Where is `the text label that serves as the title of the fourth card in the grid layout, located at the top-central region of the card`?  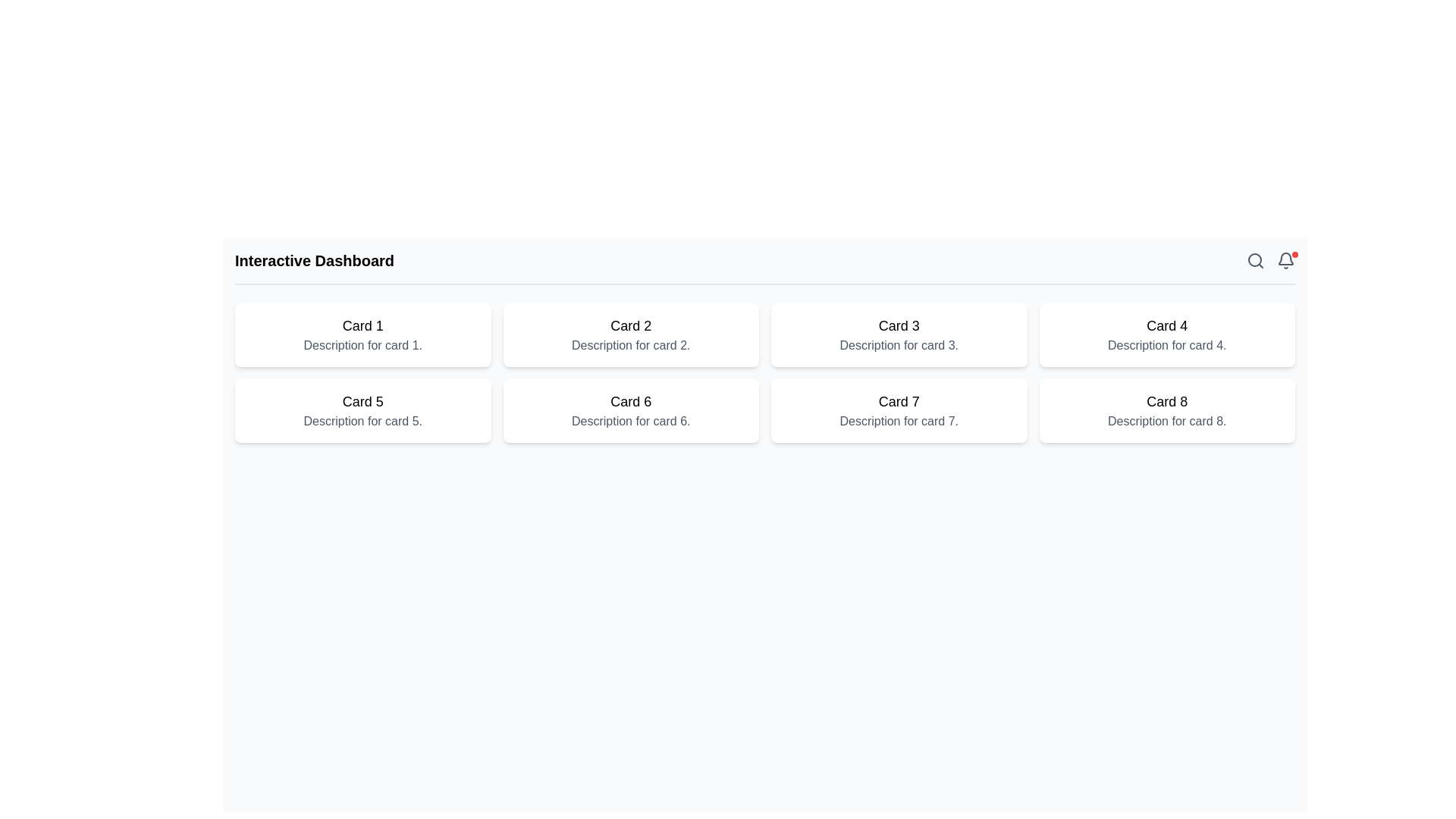
the text label that serves as the title of the fourth card in the grid layout, located at the top-central region of the card is located at coordinates (1166, 325).